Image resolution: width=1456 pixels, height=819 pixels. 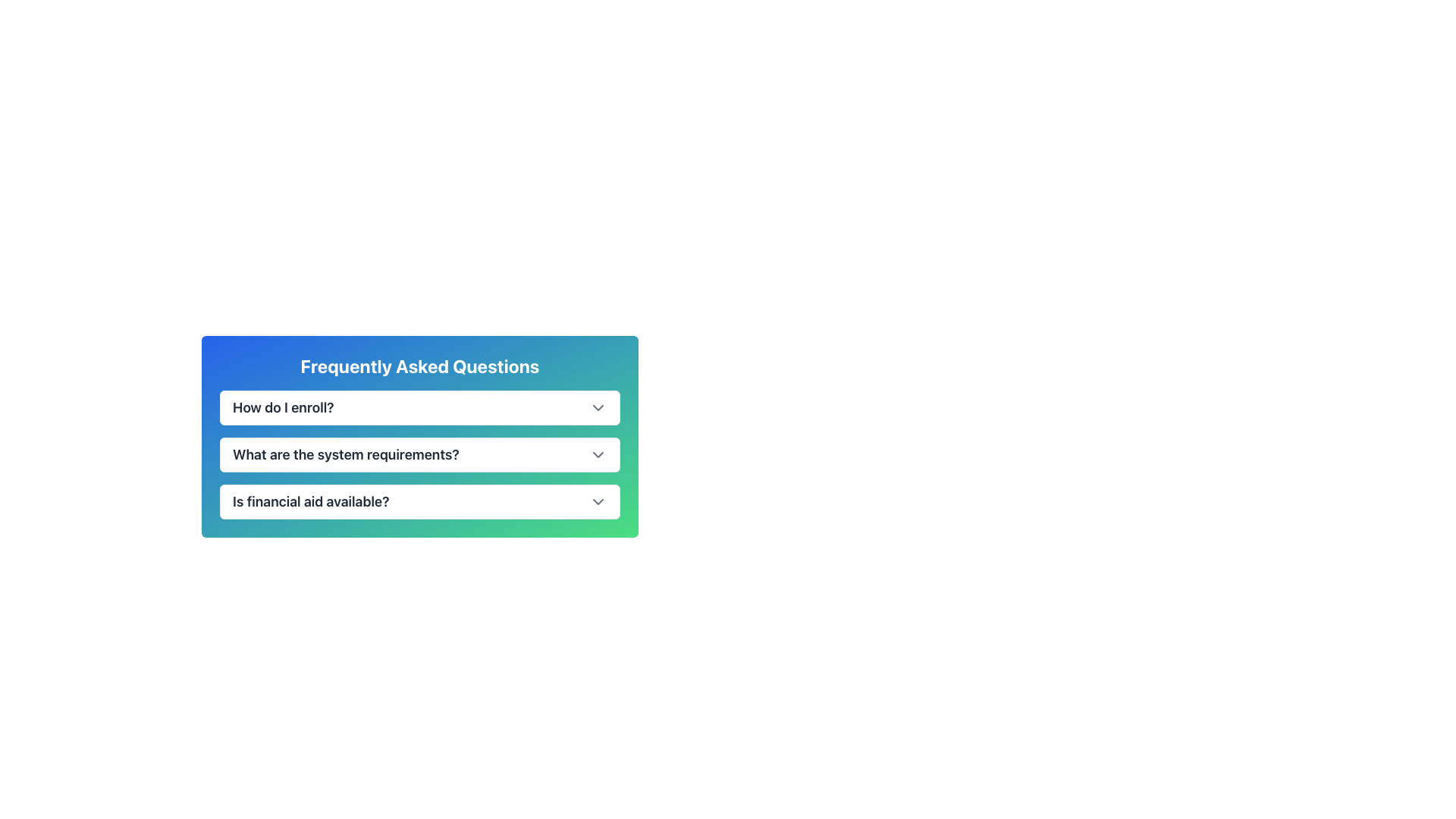 I want to click on the downward-pointing chevron icon, so click(x=597, y=502).